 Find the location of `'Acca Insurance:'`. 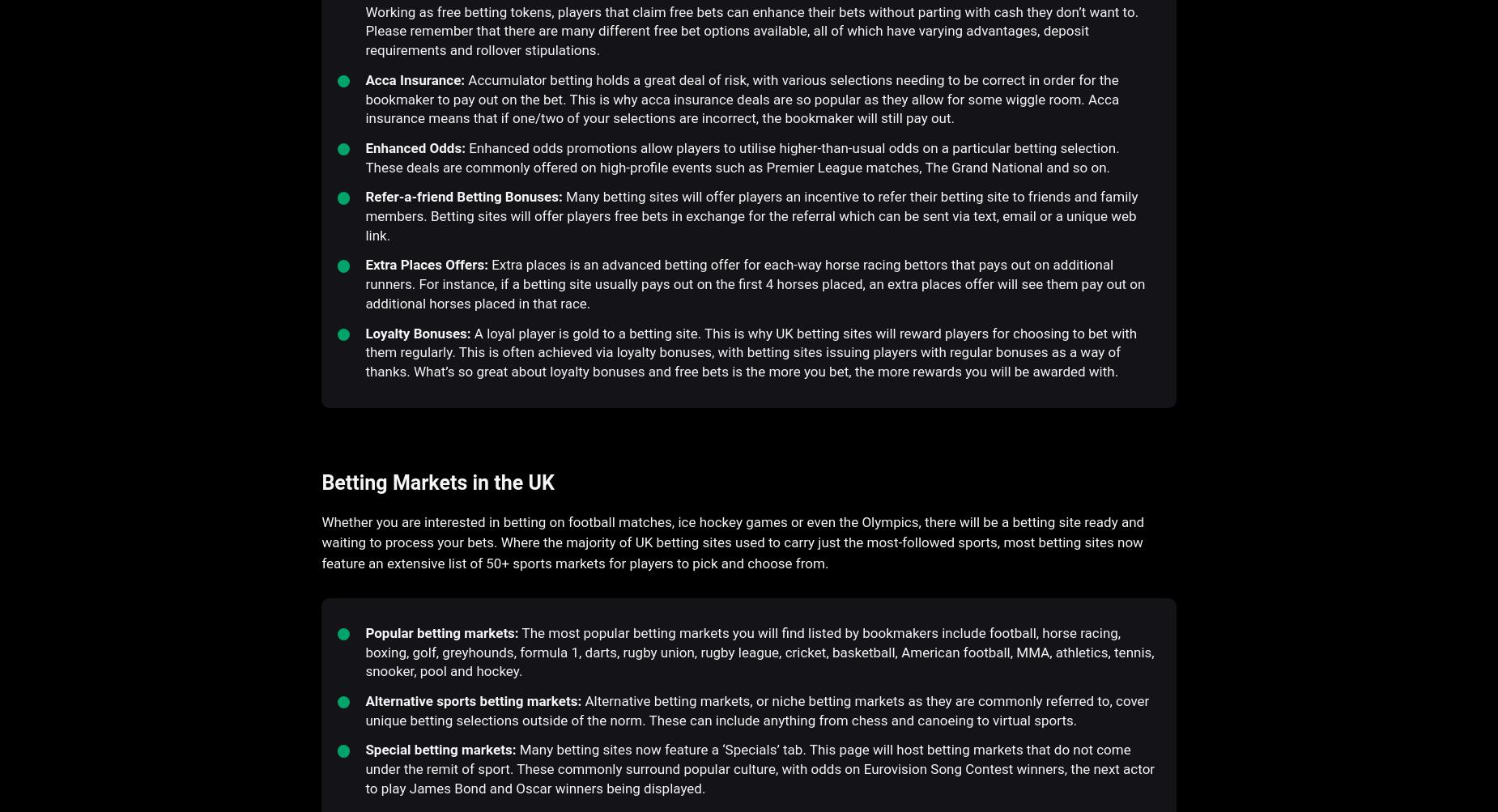

'Acca Insurance:' is located at coordinates (364, 79).